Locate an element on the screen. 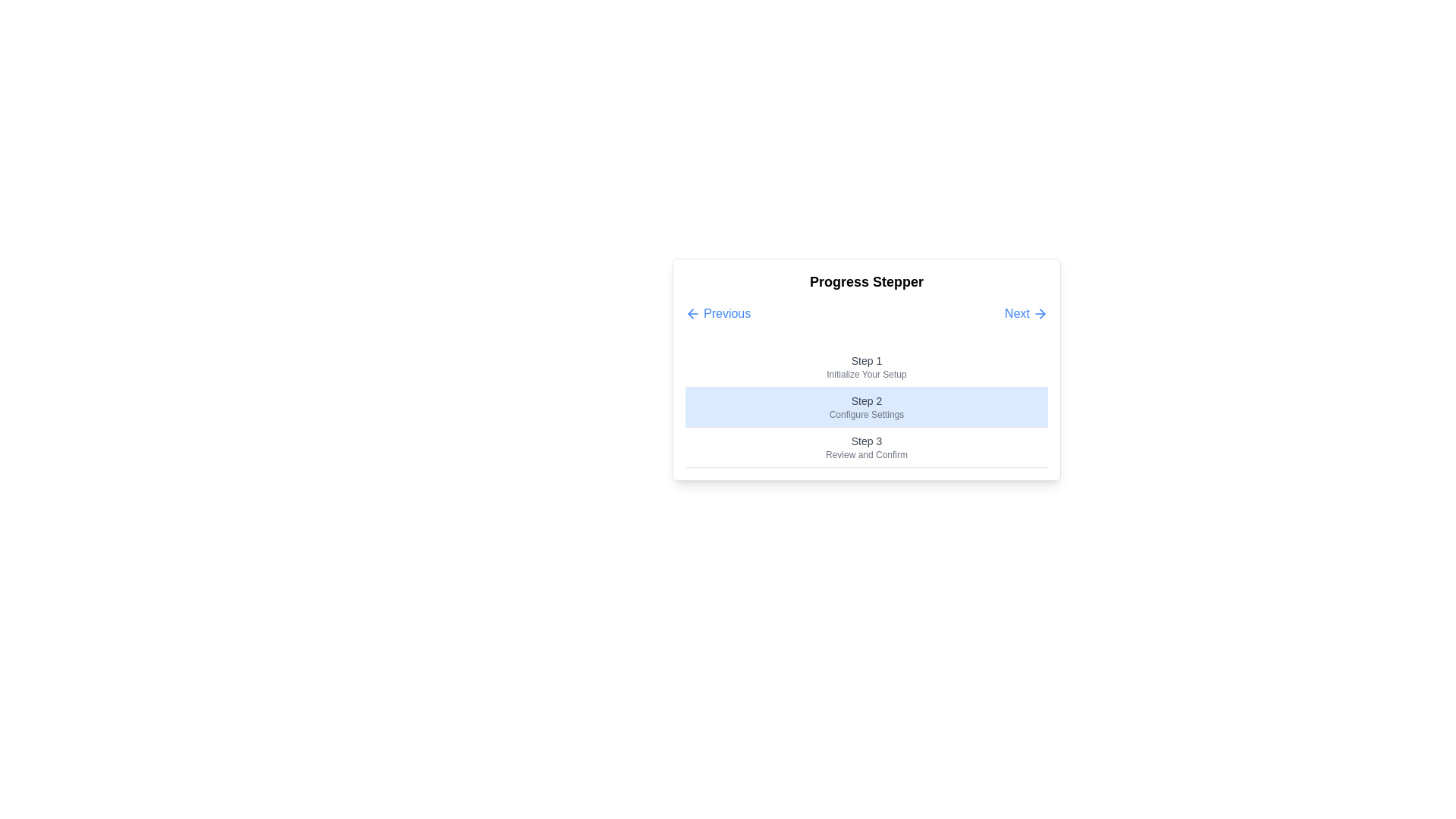 Image resolution: width=1456 pixels, height=819 pixels. the Navigation bar with buttons labeled 'Previous' and 'Next' in the 'Progress Stepper' interface is located at coordinates (866, 312).